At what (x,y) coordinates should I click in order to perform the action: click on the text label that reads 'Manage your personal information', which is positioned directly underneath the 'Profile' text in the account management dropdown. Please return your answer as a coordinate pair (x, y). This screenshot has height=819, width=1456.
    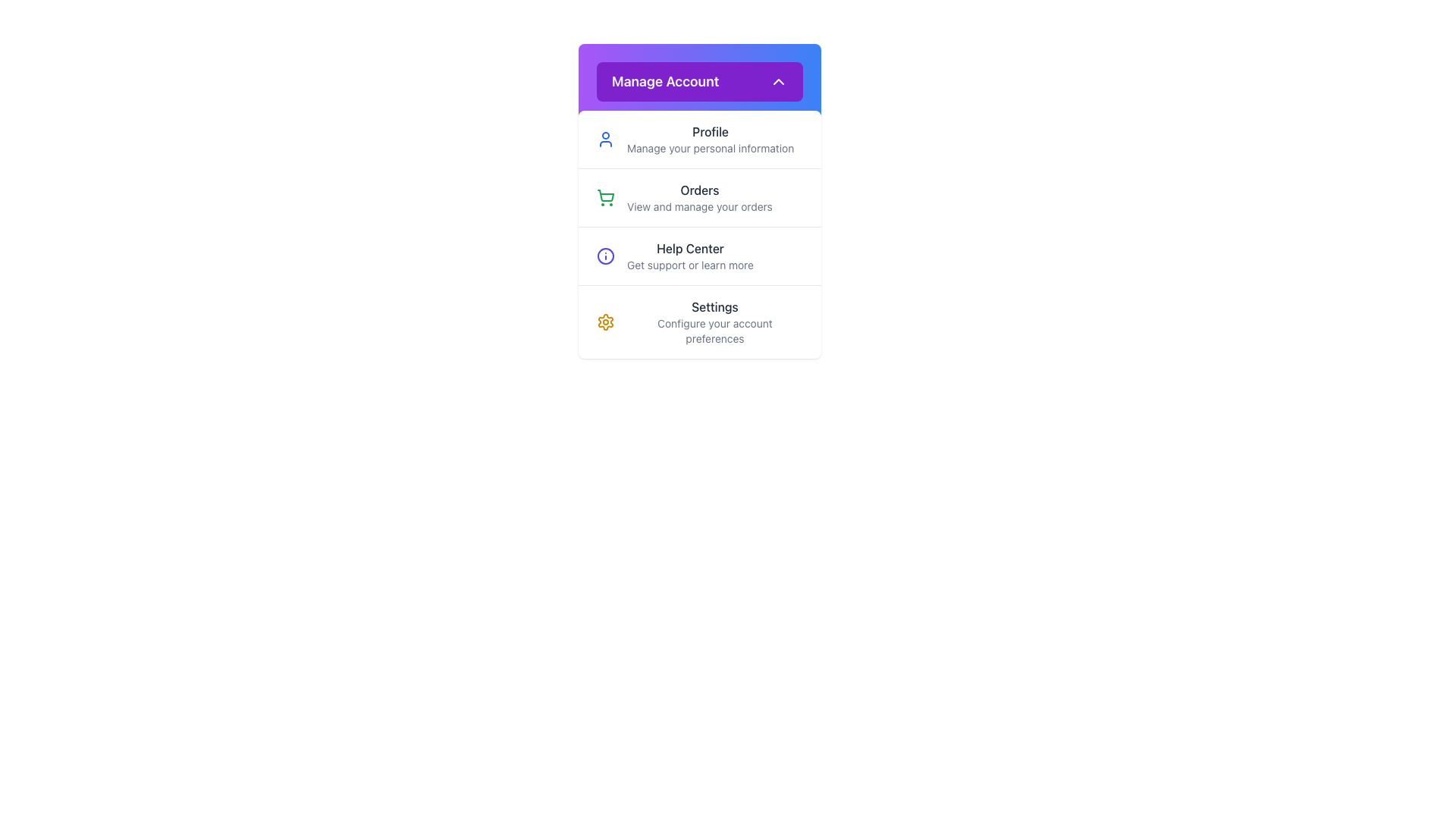
    Looking at the image, I should click on (710, 149).